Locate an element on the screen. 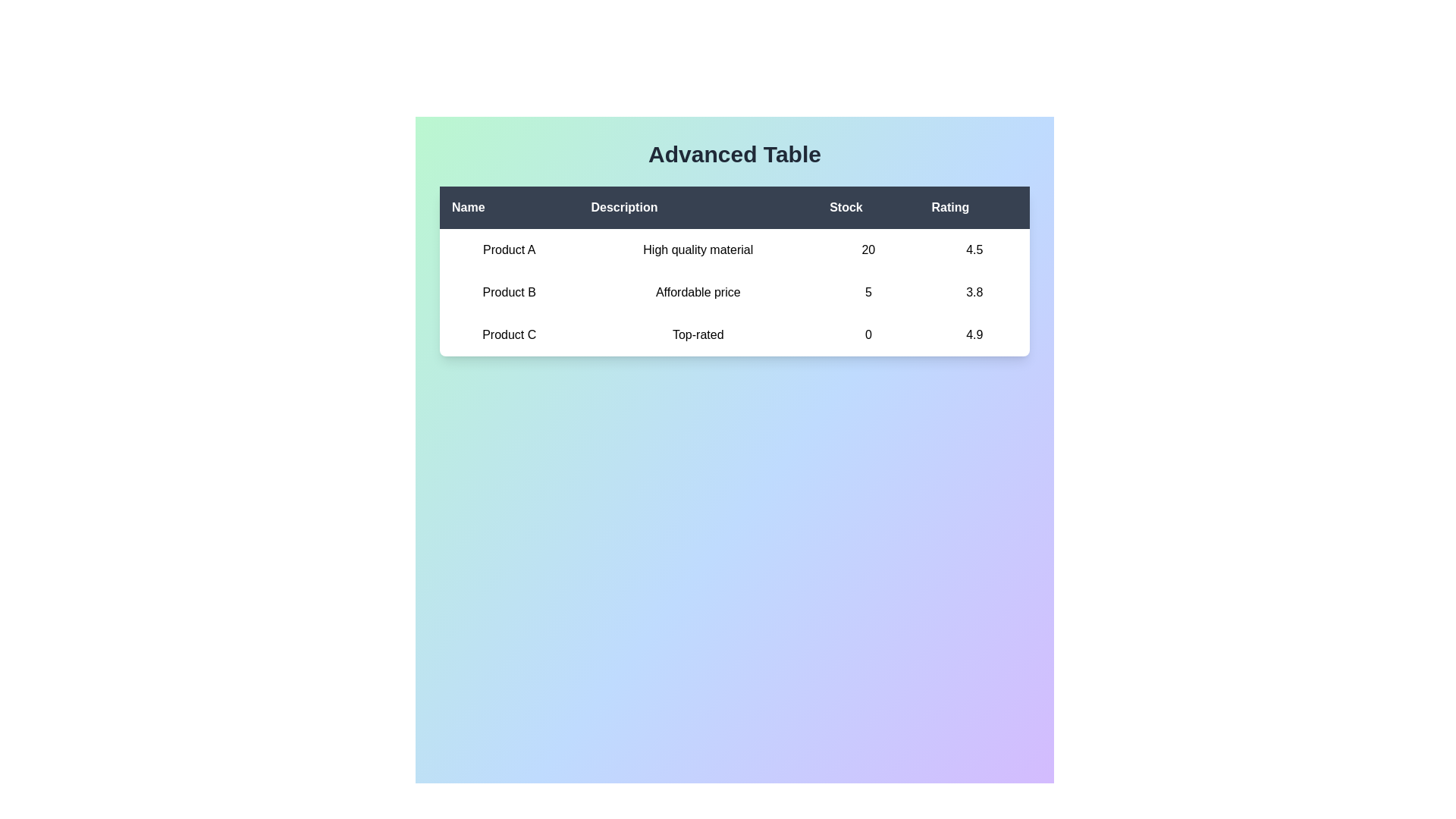 This screenshot has height=819, width=1456. the third row in the data table displaying details about 'Product C', which includes the product name, description, stock value, and rating is located at coordinates (735, 334).